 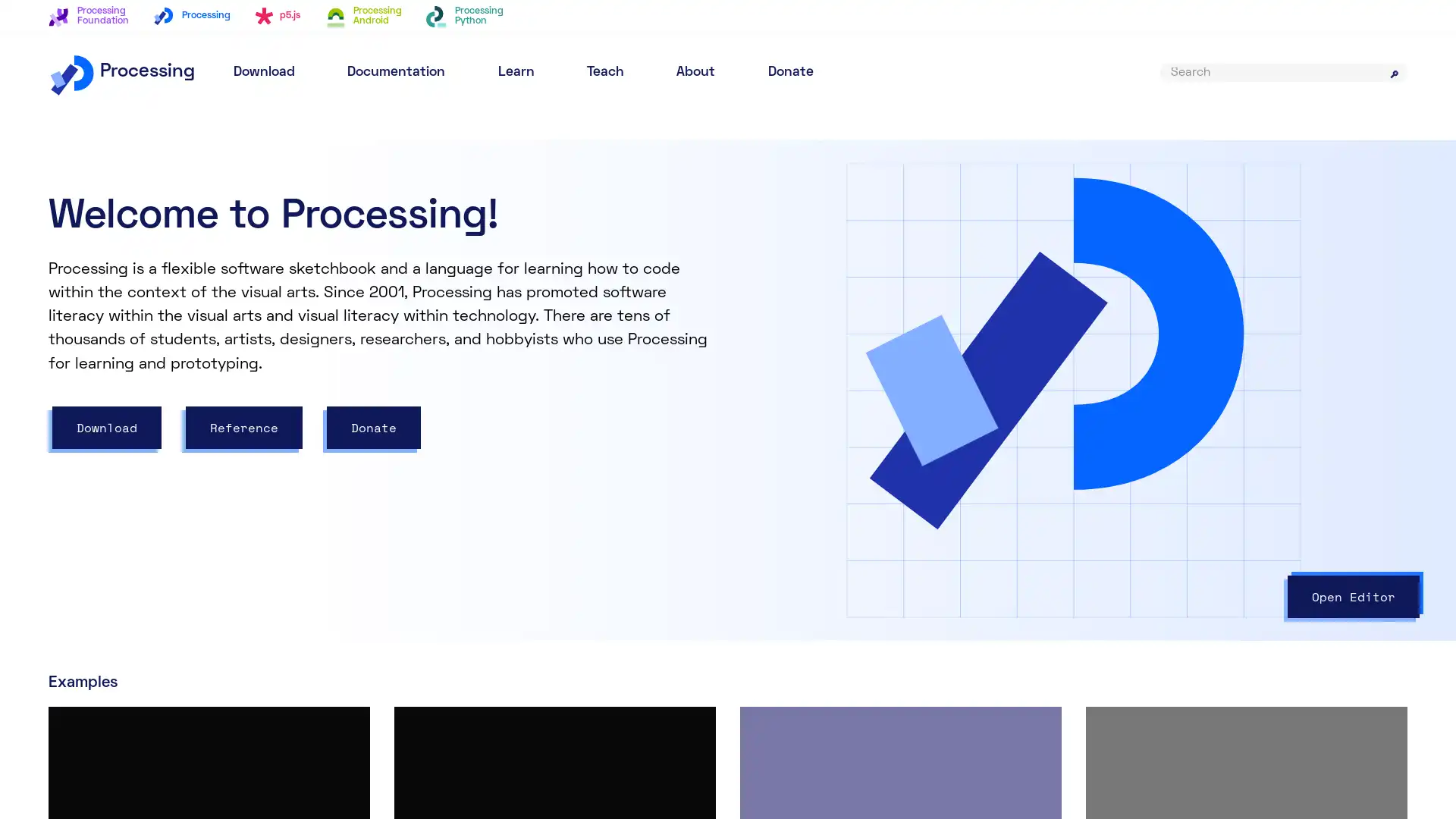 What do you see at coordinates (829, 503) in the screenshot?
I see `change position` at bounding box center [829, 503].